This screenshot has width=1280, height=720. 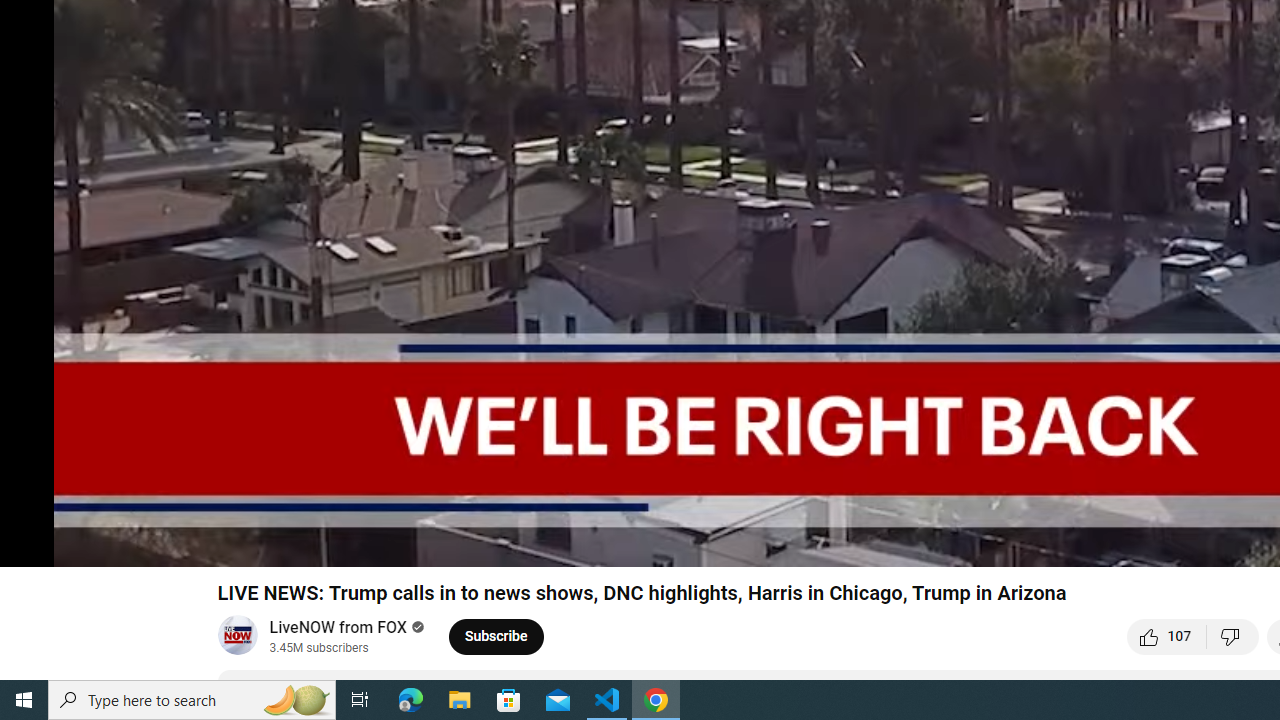 I want to click on 'LiveNOW from FOX', so click(x=339, y=626).